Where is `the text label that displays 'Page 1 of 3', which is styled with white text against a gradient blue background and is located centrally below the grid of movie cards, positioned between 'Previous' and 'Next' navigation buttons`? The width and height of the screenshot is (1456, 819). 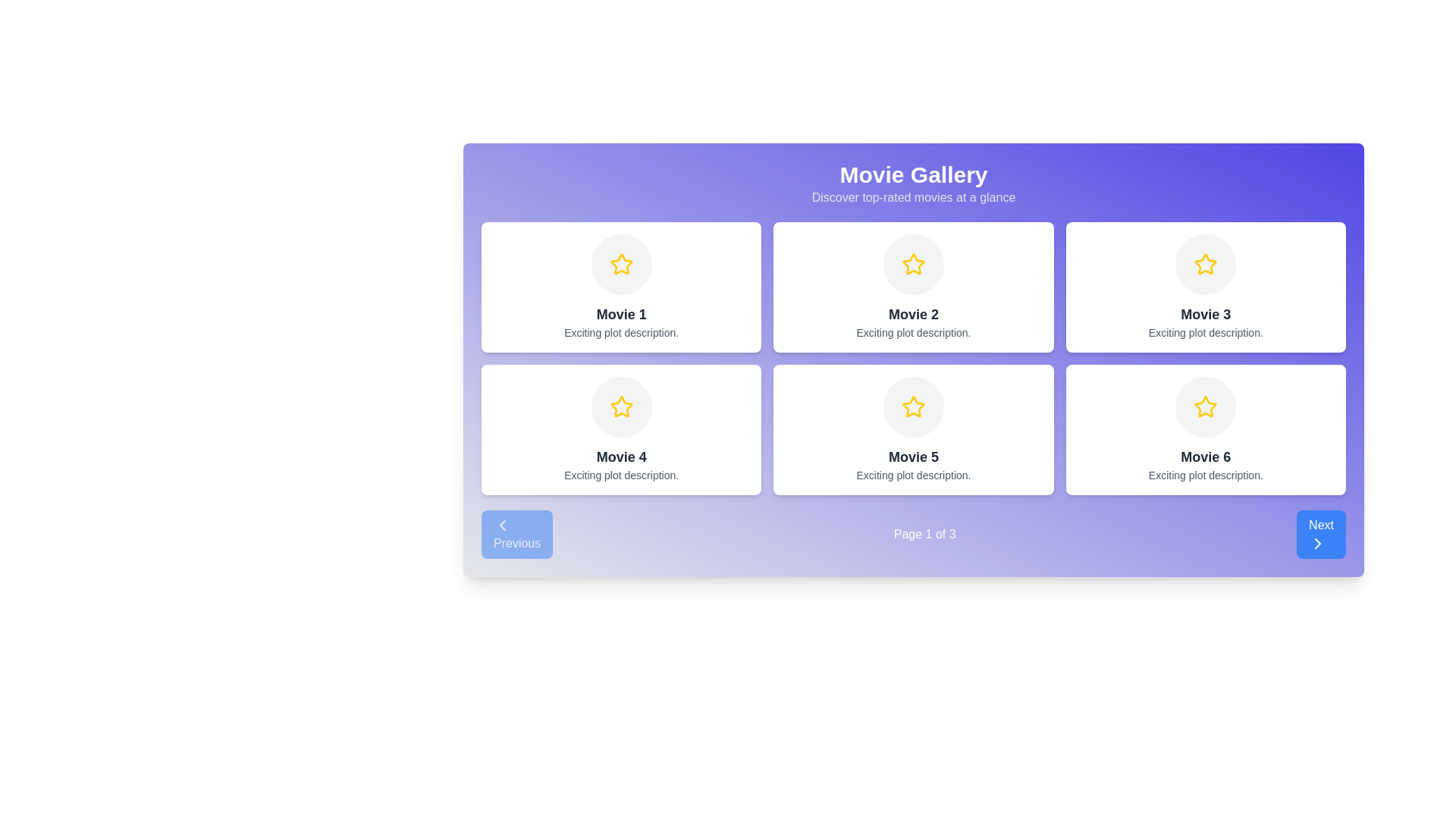
the text label that displays 'Page 1 of 3', which is styled with white text against a gradient blue background and is located centrally below the grid of movie cards, positioned between 'Previous' and 'Next' navigation buttons is located at coordinates (924, 534).